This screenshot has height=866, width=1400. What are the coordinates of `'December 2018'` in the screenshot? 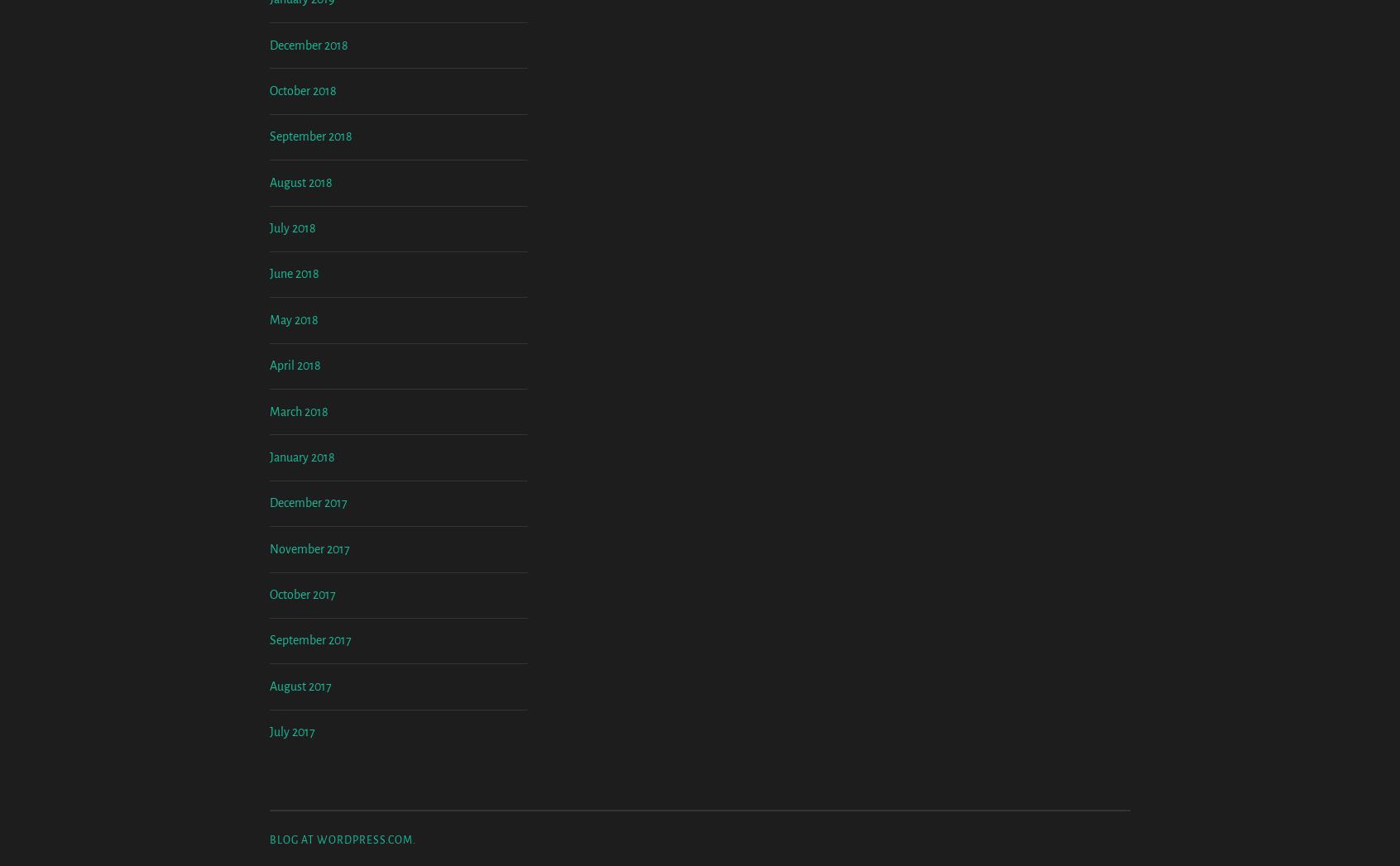 It's located at (269, 180).